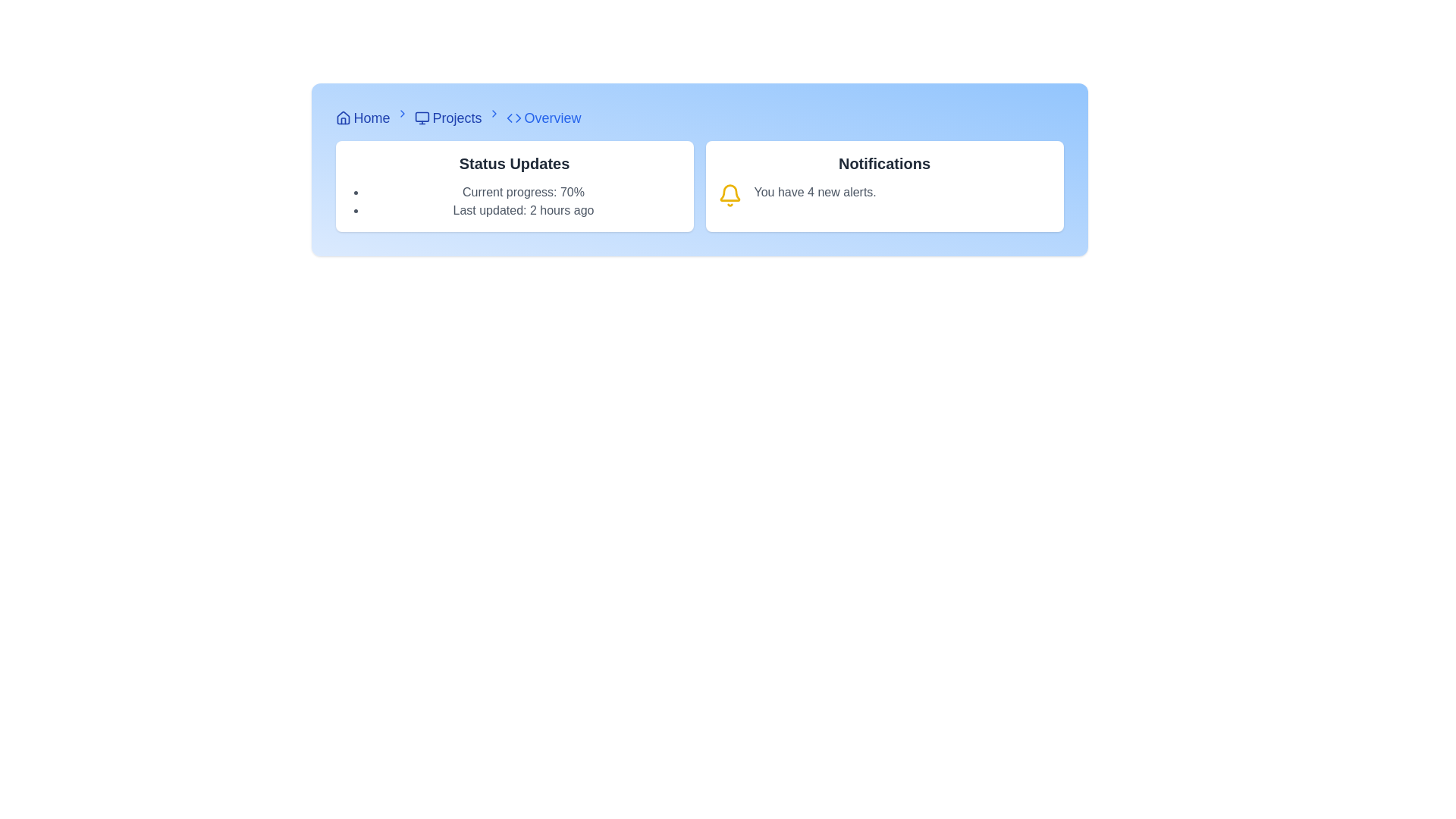 The image size is (1456, 819). Describe the element at coordinates (362, 117) in the screenshot. I see `the 'Home' hyperlink, which is styled in blue with a house-shaped icon to observe its interactive styling` at that location.